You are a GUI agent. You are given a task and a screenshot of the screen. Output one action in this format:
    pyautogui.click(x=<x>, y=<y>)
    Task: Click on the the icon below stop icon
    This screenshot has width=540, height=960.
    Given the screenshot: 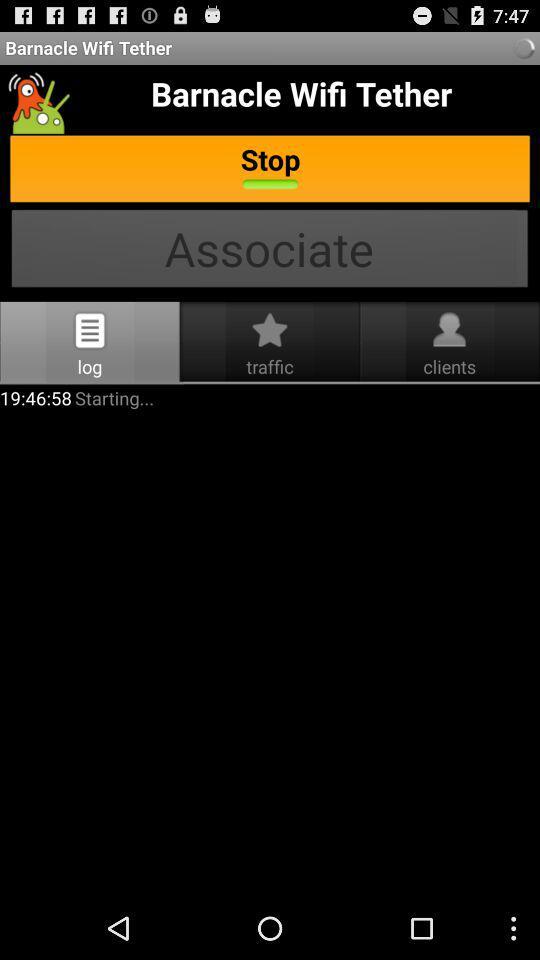 What is the action you would take?
    pyautogui.click(x=270, y=250)
    